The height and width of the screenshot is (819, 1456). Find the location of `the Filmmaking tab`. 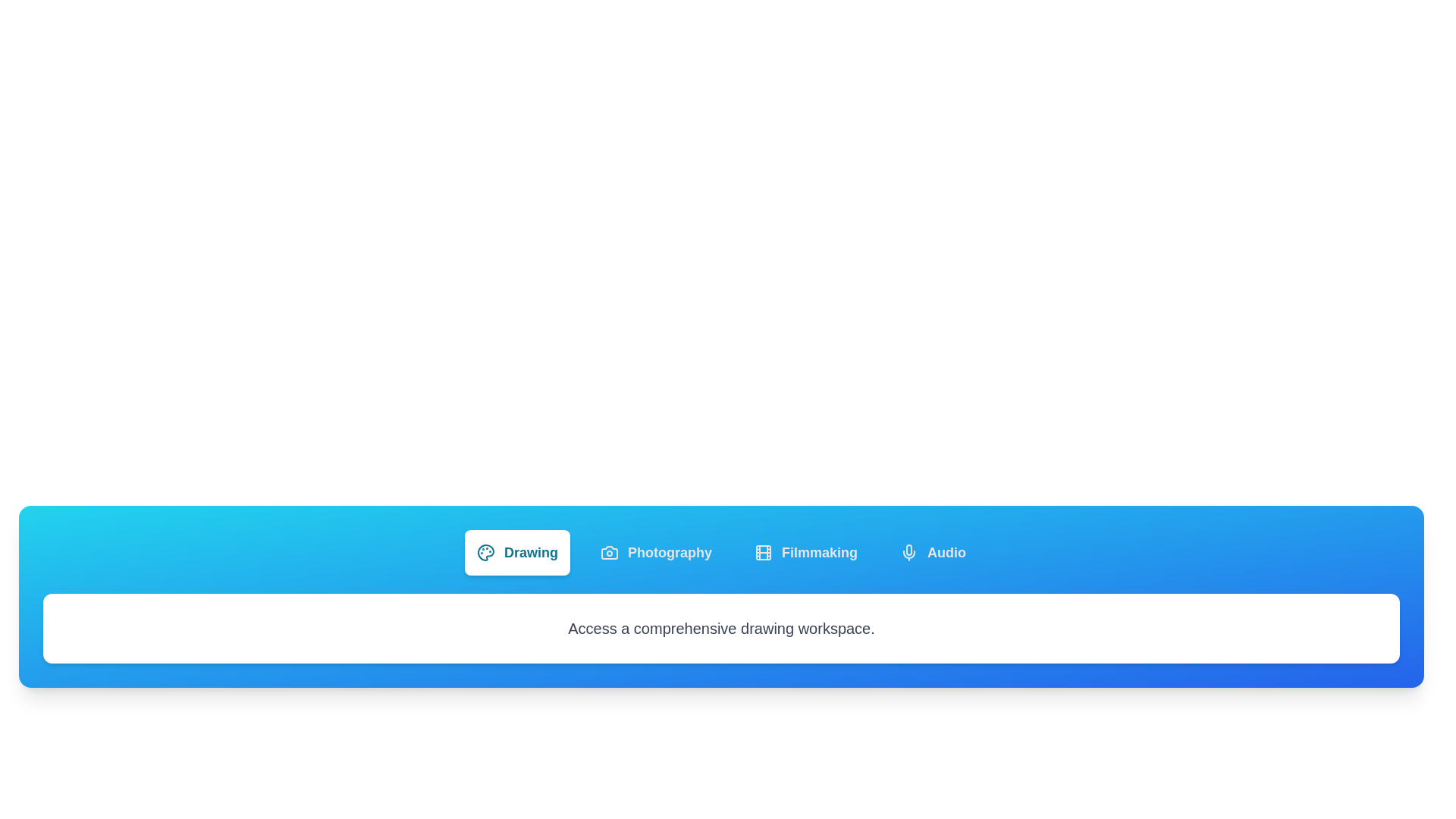

the Filmmaking tab is located at coordinates (805, 553).